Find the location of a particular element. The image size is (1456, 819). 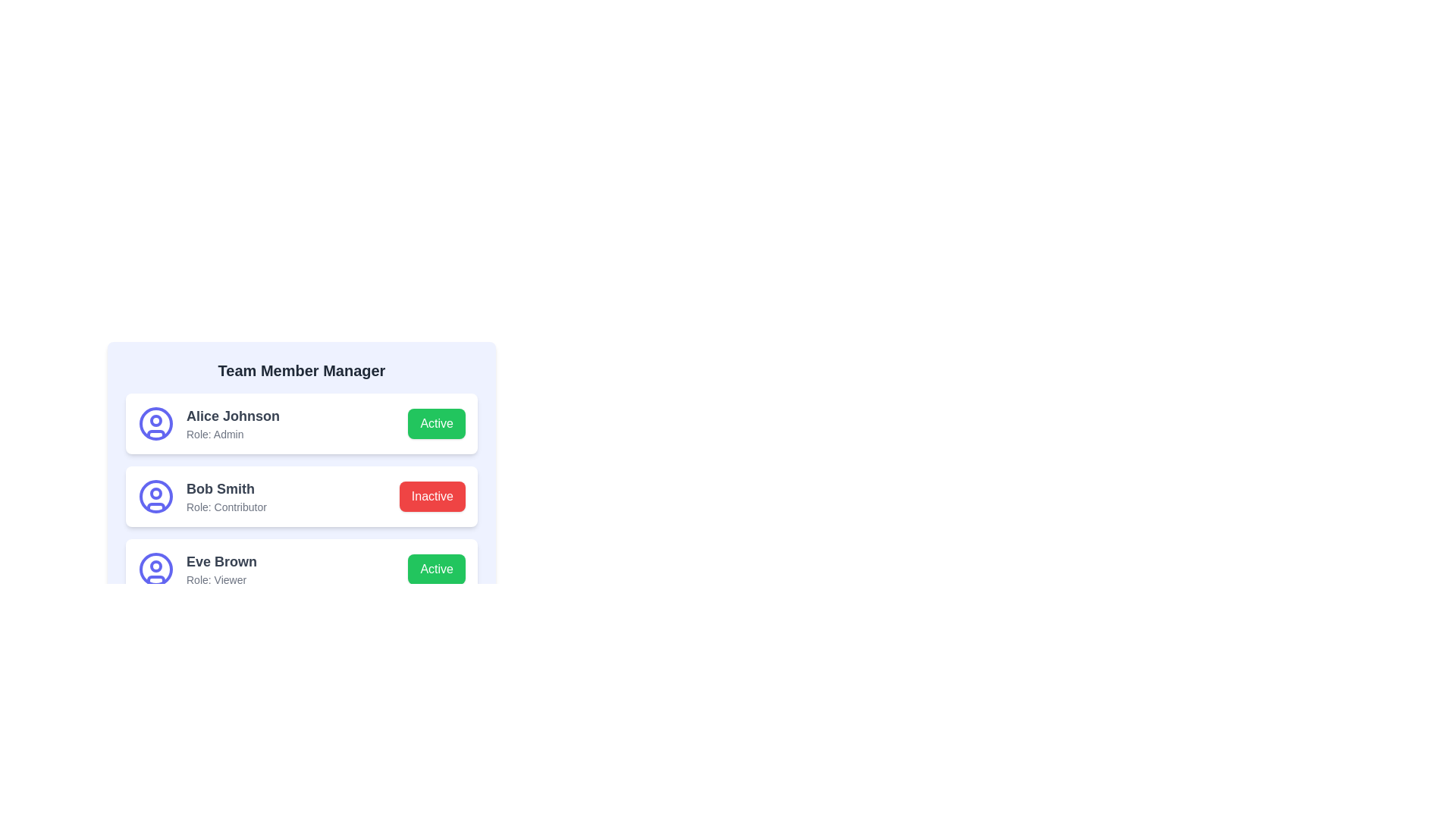

the small circular graphical shape with a purple outline that is part of the icon next to 'Alice Johnson' in the 'Team Member Manager' interface is located at coordinates (156, 421).